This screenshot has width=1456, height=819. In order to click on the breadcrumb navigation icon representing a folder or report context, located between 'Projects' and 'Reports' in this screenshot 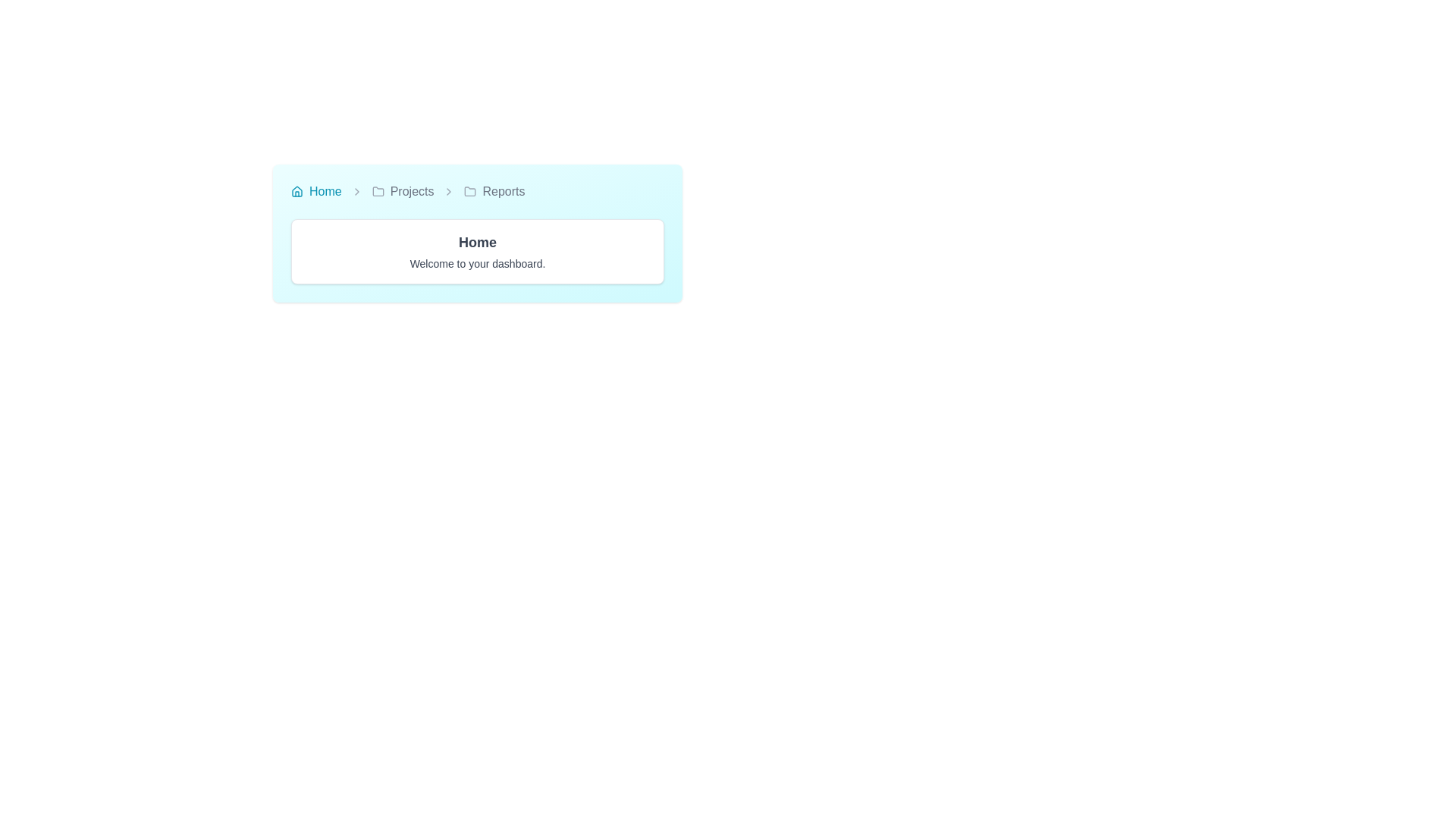, I will do `click(378, 190)`.